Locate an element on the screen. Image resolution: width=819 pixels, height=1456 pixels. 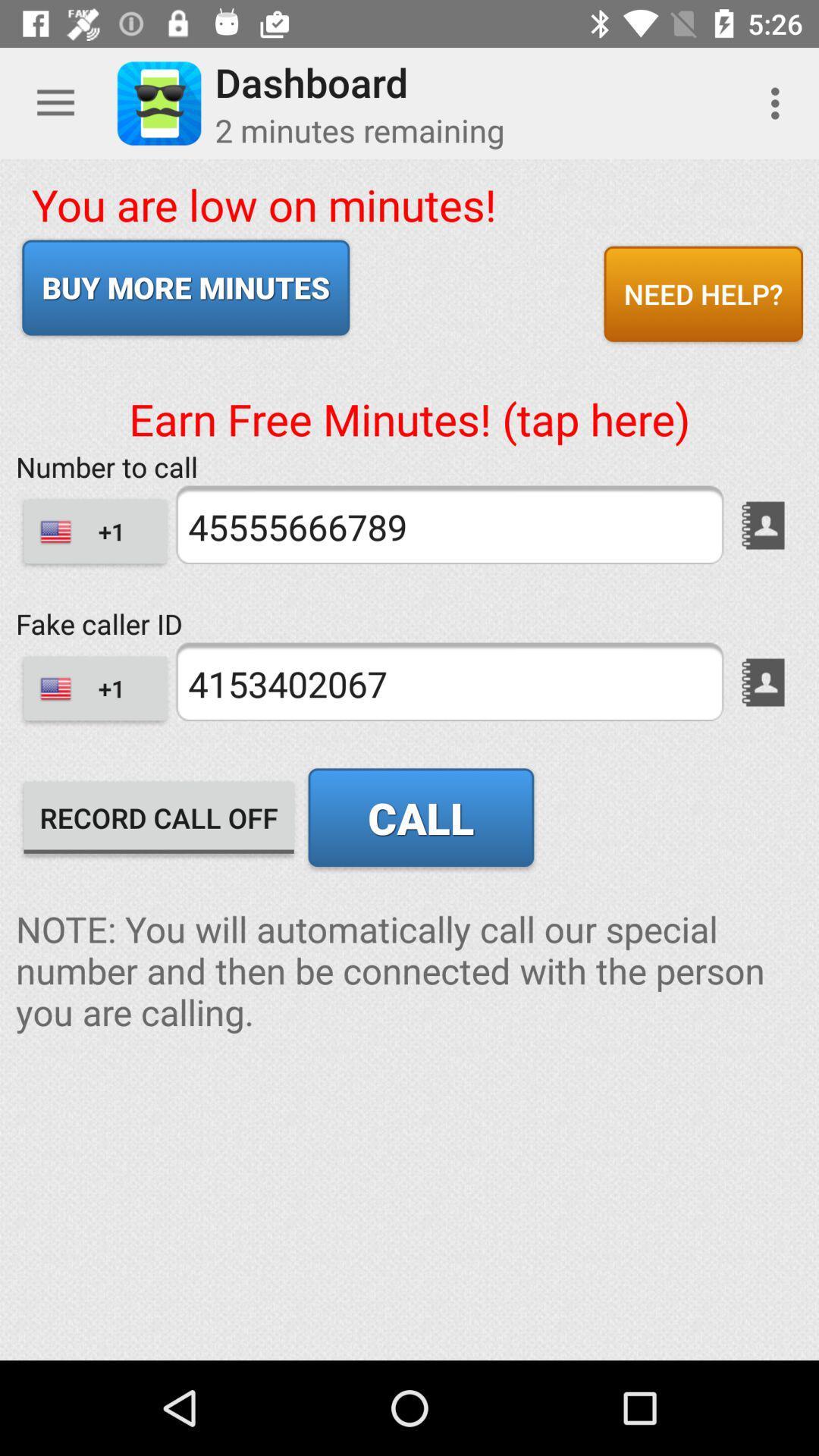
item to the left of need help? item is located at coordinates (185, 287).